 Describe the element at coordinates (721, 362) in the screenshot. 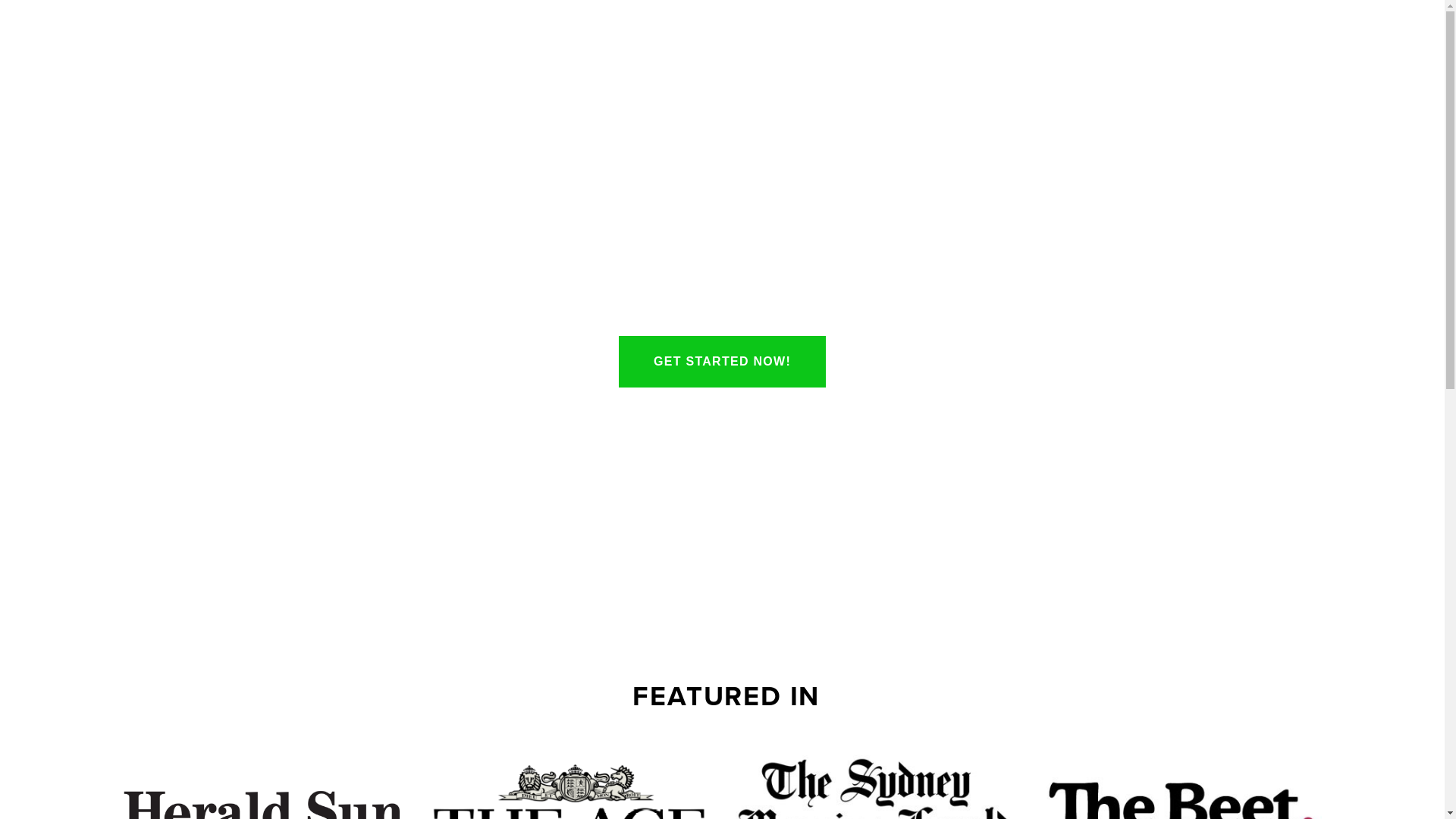

I see `'GET STARTED NOW!'` at that location.